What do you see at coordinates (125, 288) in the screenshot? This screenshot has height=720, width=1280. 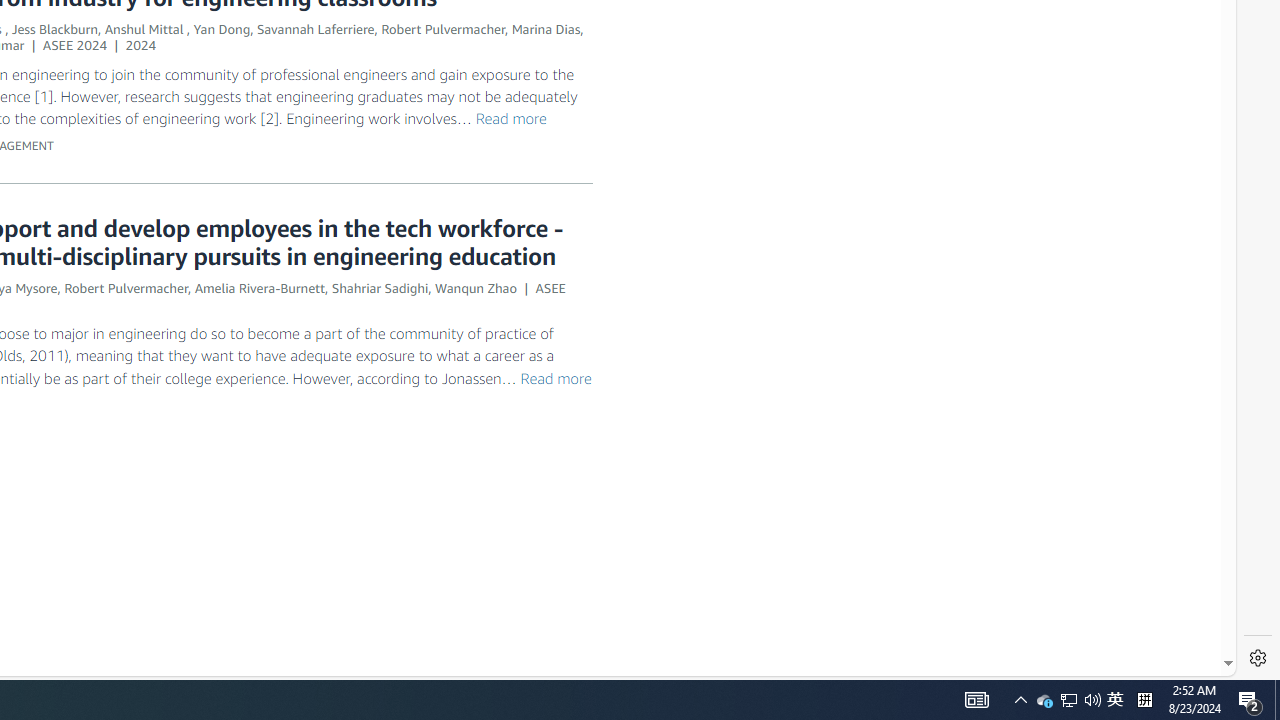 I see `'Robert Pulvermacher'` at bounding box center [125, 288].